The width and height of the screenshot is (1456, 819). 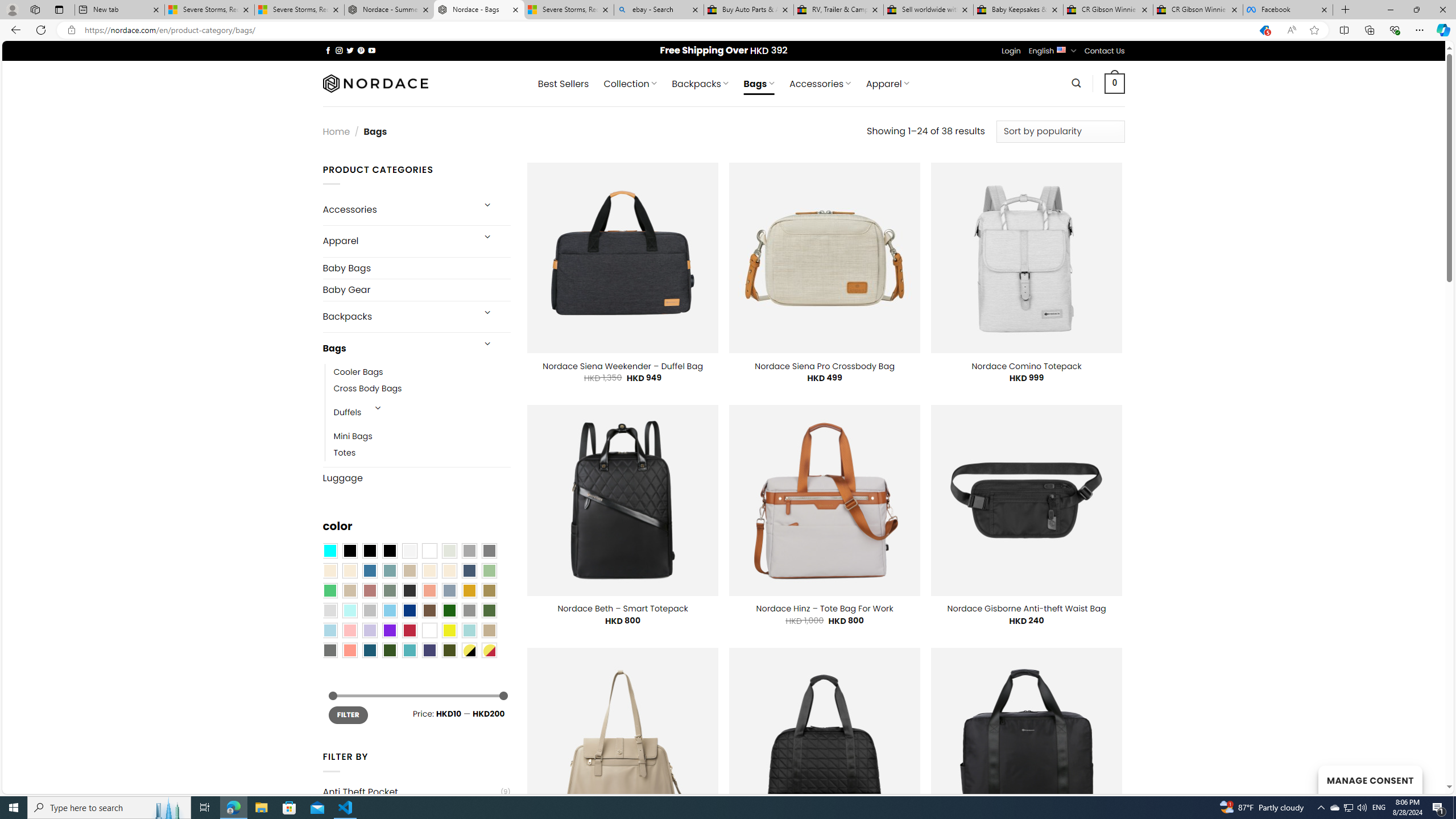 I want to click on 'Light Purple', so click(x=369, y=630).